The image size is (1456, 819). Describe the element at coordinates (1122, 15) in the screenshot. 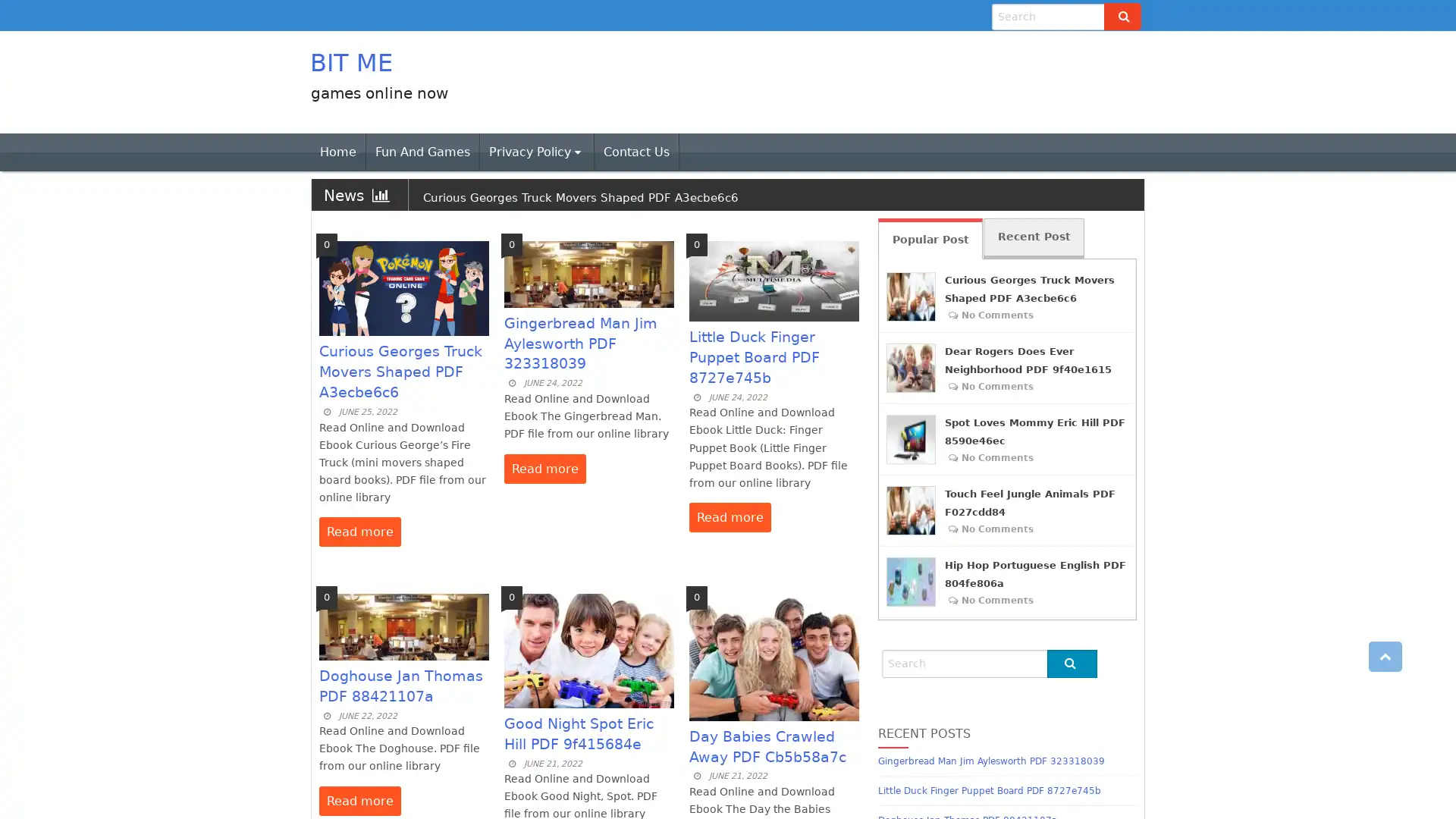

I see `Go` at that location.